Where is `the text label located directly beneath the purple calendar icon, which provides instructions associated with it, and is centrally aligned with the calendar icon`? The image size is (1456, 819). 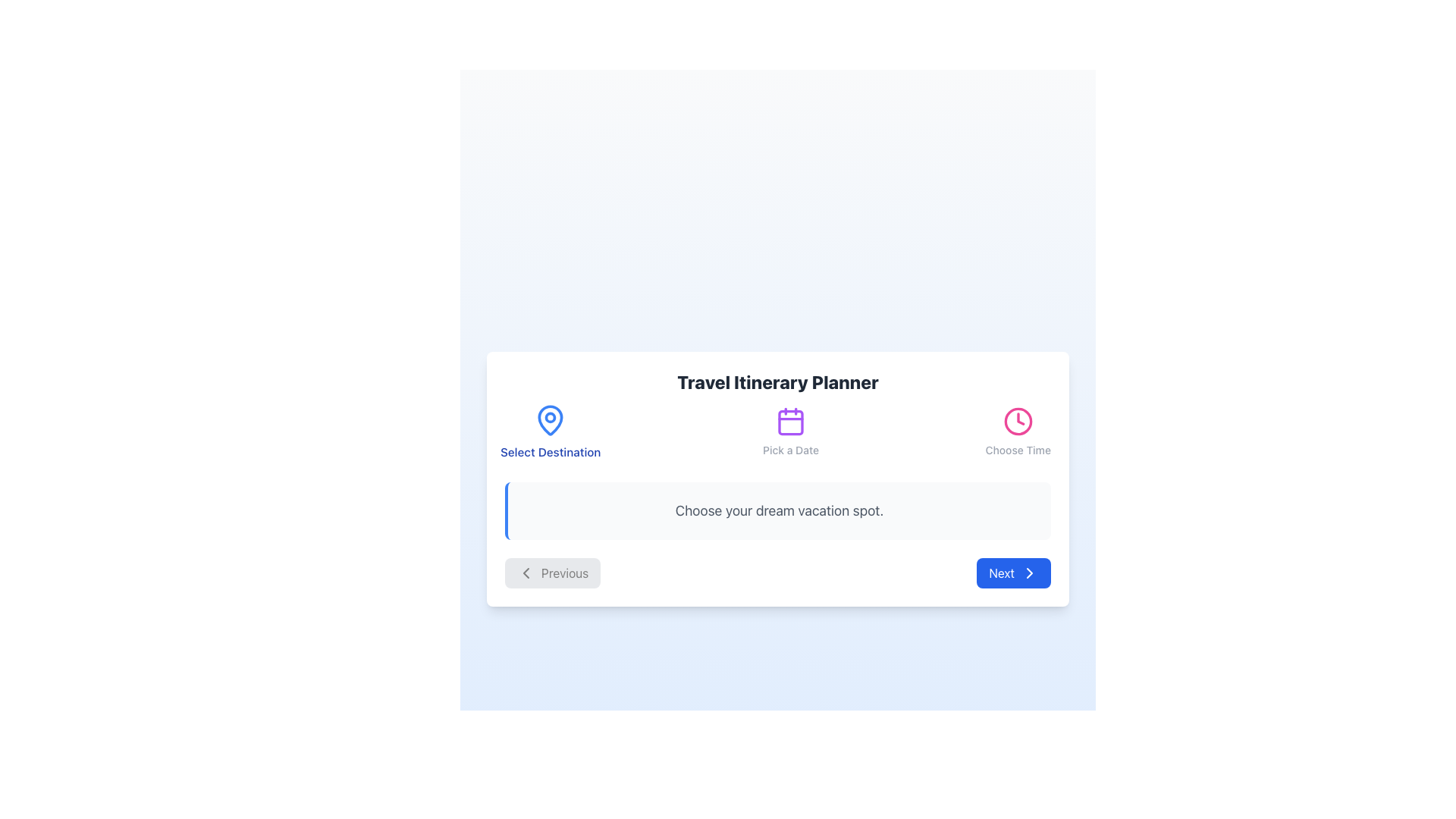 the text label located directly beneath the purple calendar icon, which provides instructions associated with it, and is centrally aligned with the calendar icon is located at coordinates (790, 450).